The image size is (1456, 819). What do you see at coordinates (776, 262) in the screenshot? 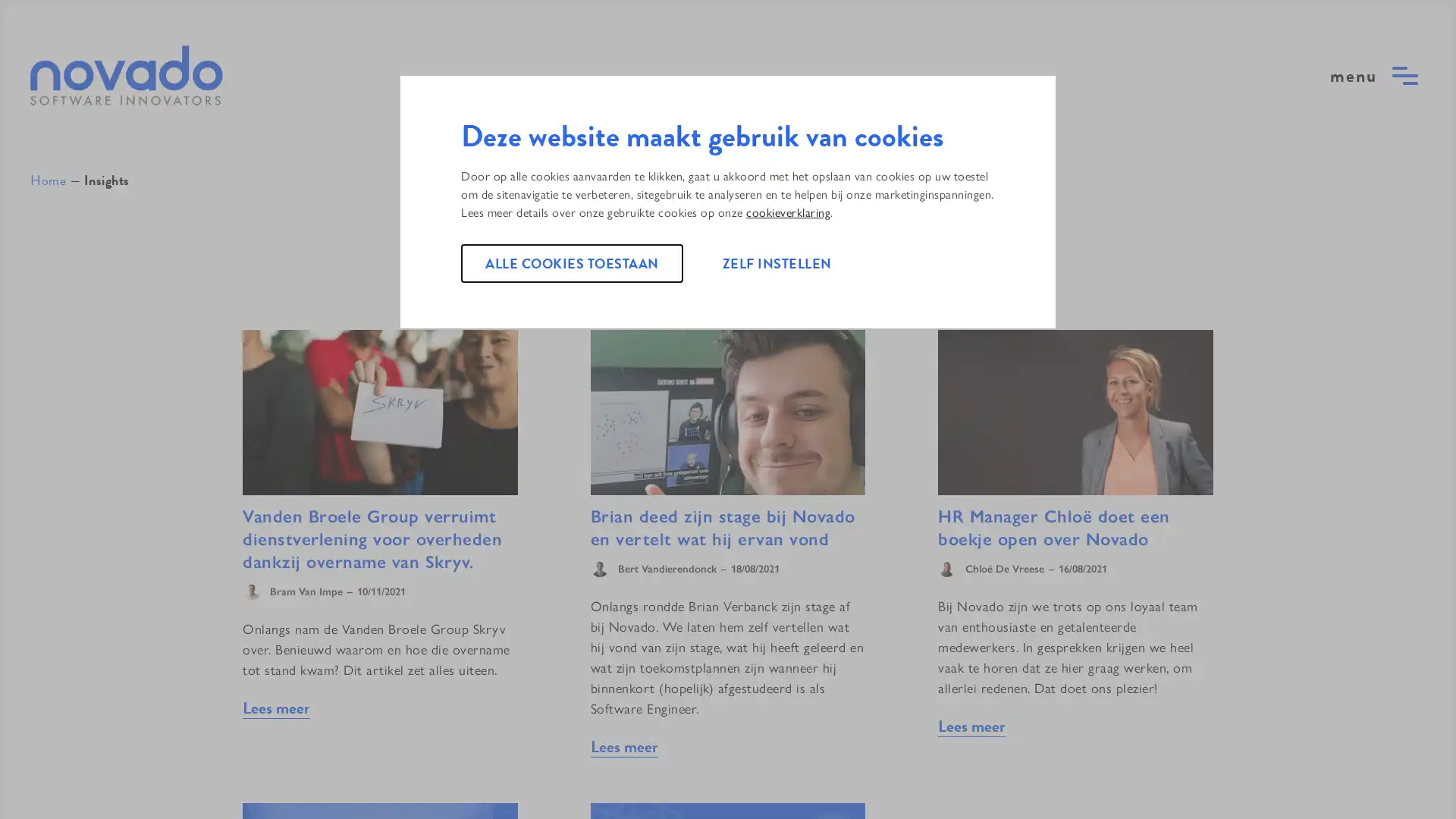
I see `ZELF INSTELLEN` at bounding box center [776, 262].